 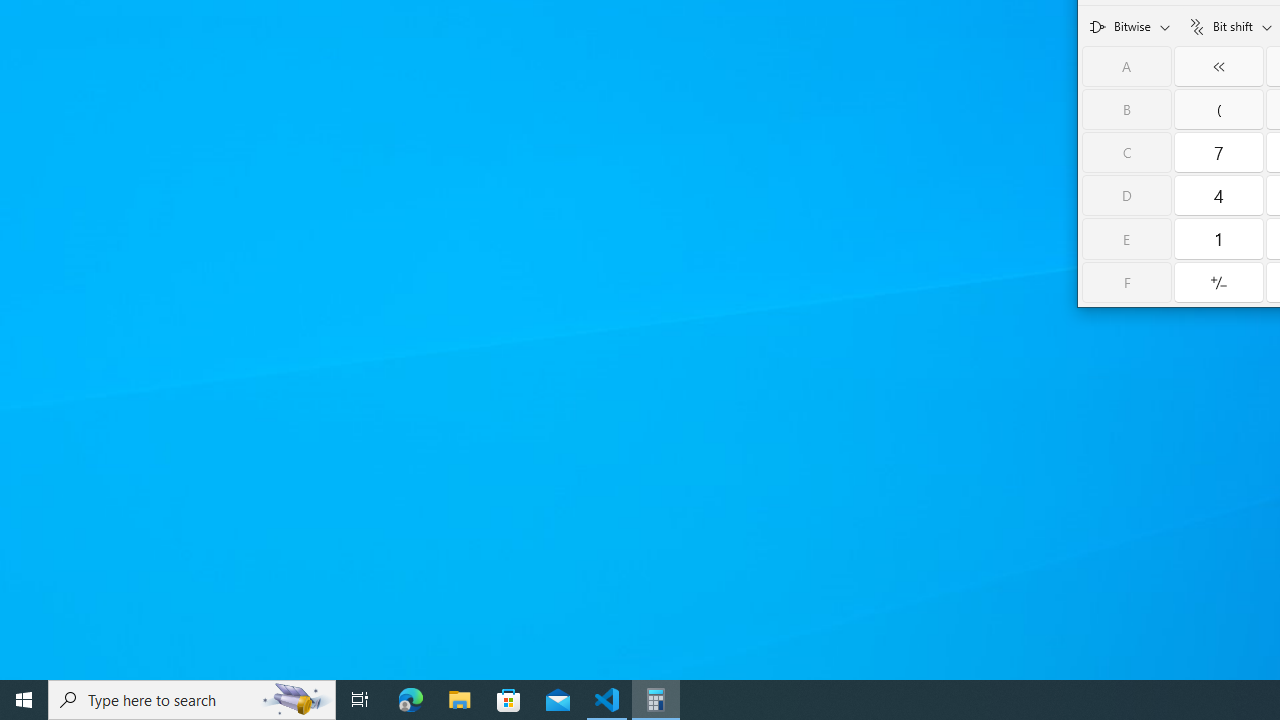 What do you see at coordinates (1218, 282) in the screenshot?
I see `'Positive negative'` at bounding box center [1218, 282].